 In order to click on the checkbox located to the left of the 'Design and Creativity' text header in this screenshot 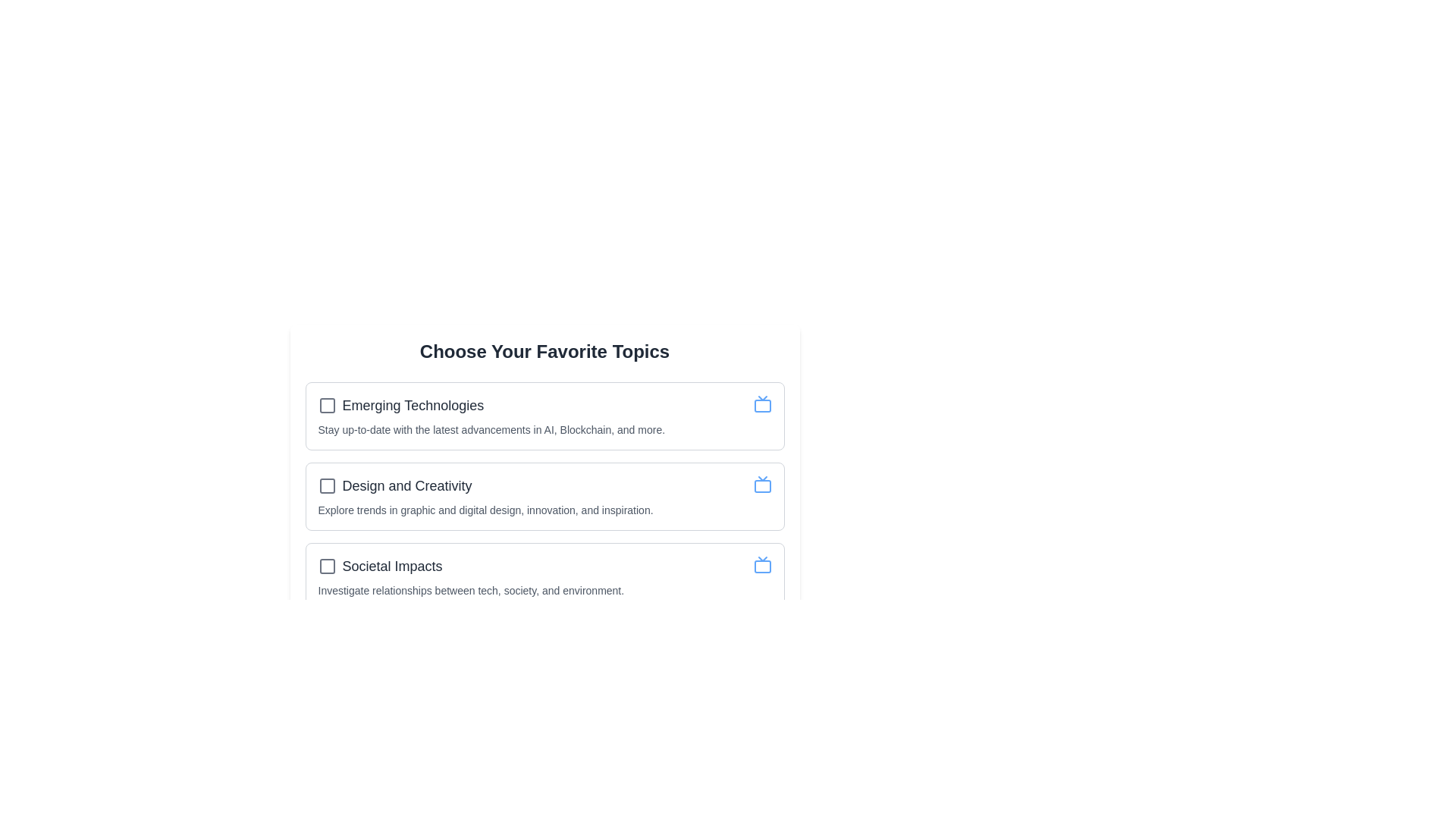, I will do `click(326, 485)`.